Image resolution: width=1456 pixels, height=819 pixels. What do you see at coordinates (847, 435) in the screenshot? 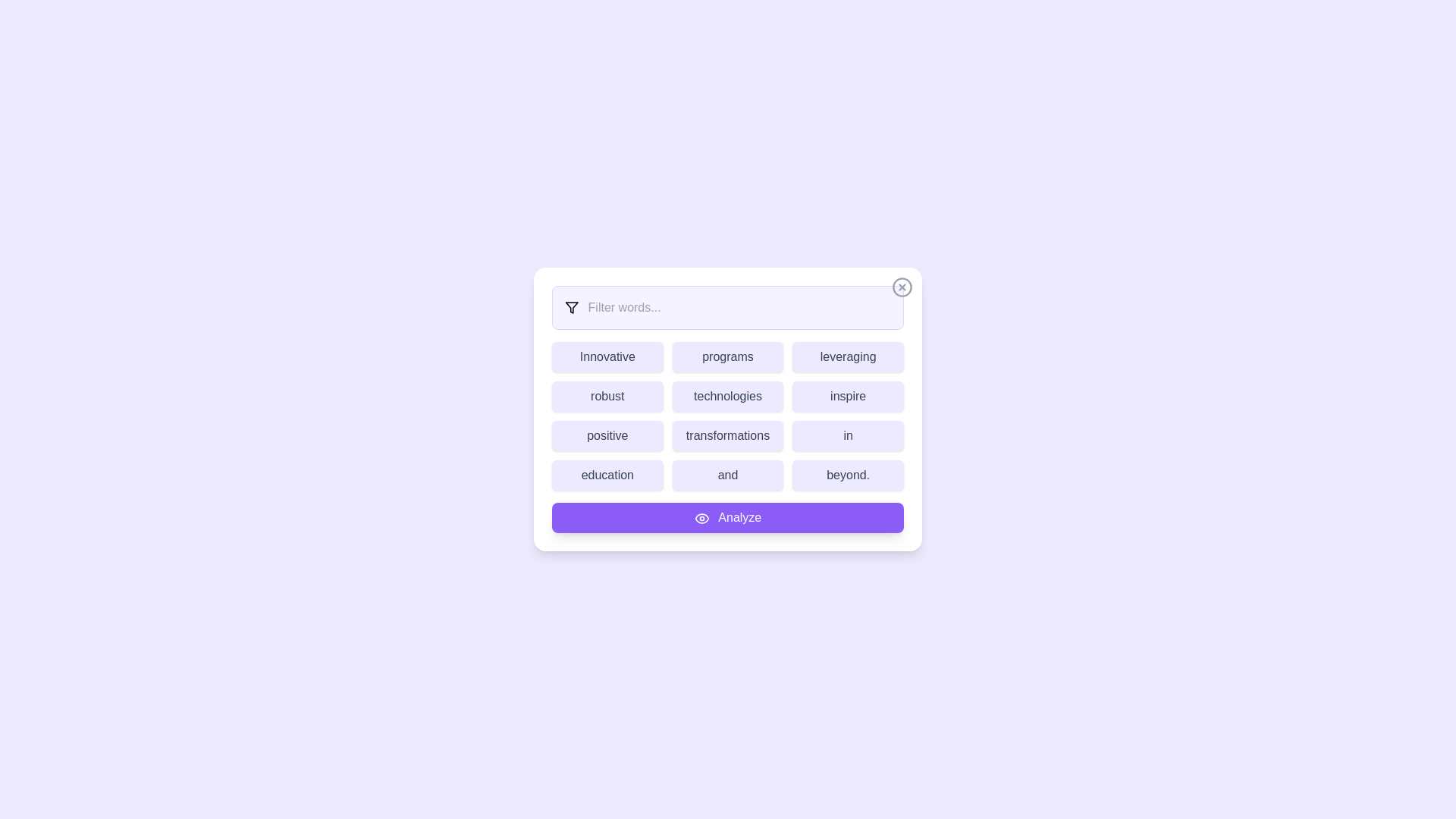
I see `the word in to highlight it` at bounding box center [847, 435].